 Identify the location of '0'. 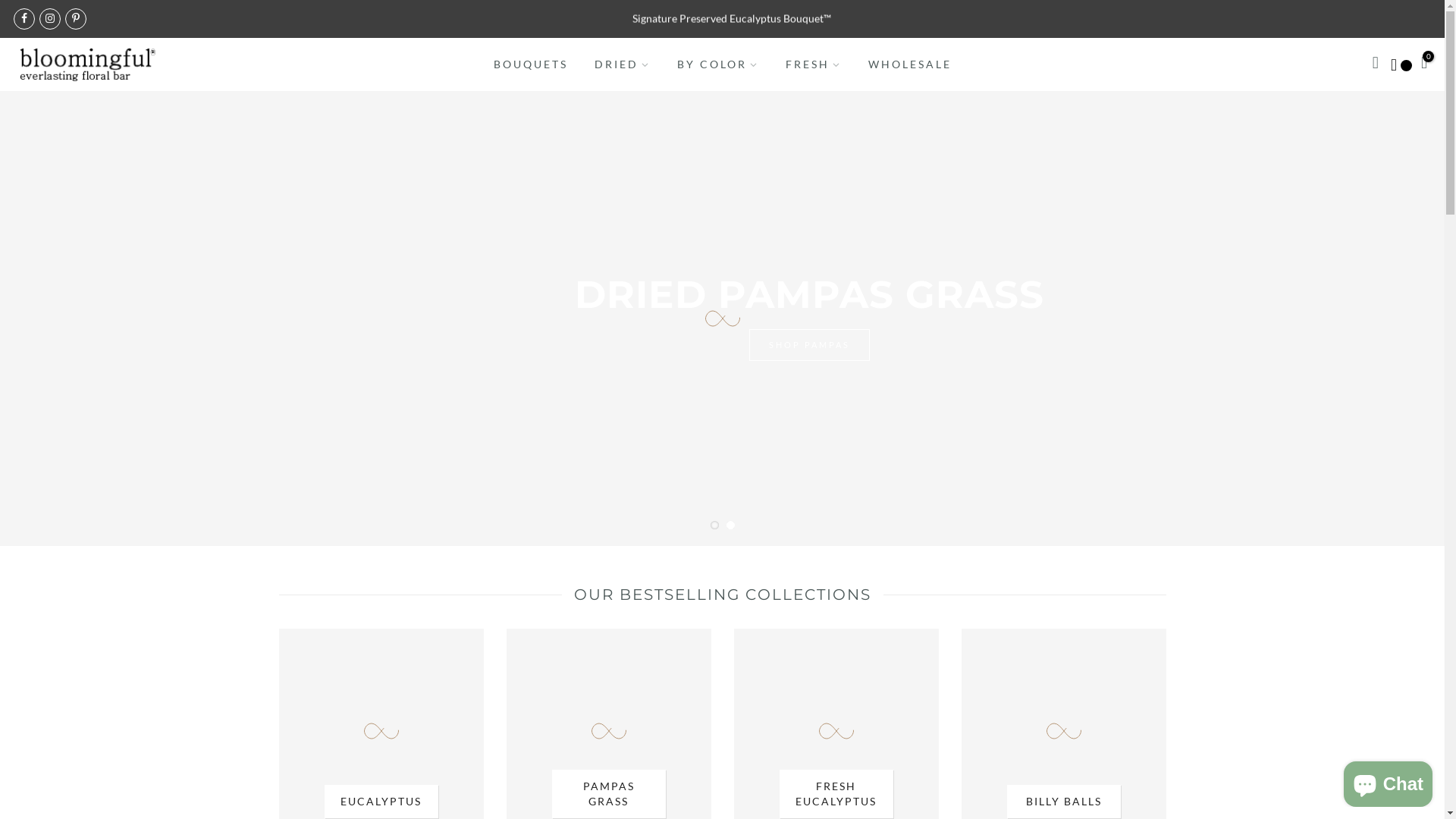
(1423, 63).